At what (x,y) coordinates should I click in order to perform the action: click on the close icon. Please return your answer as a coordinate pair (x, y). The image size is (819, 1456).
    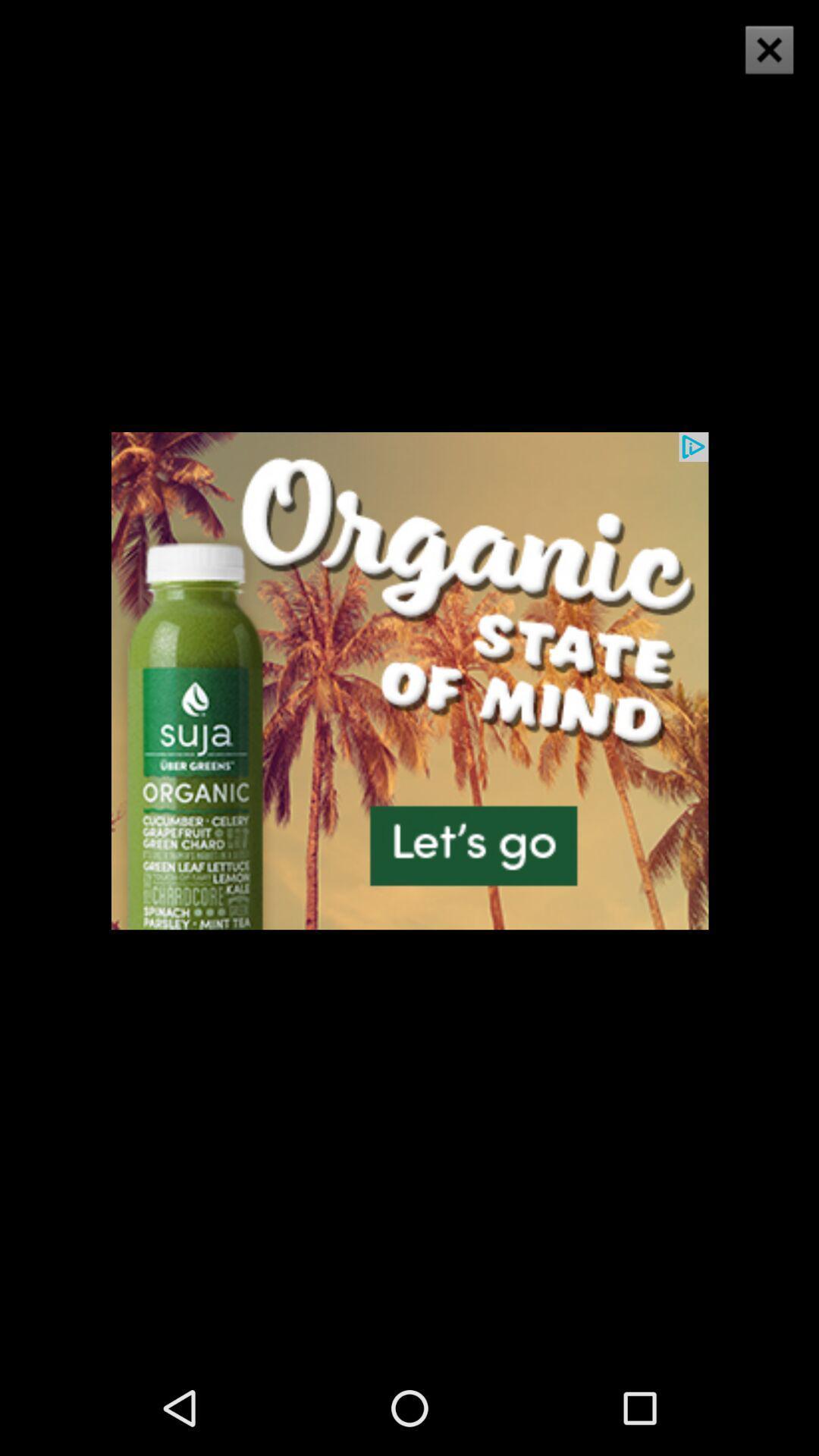
    Looking at the image, I should click on (769, 49).